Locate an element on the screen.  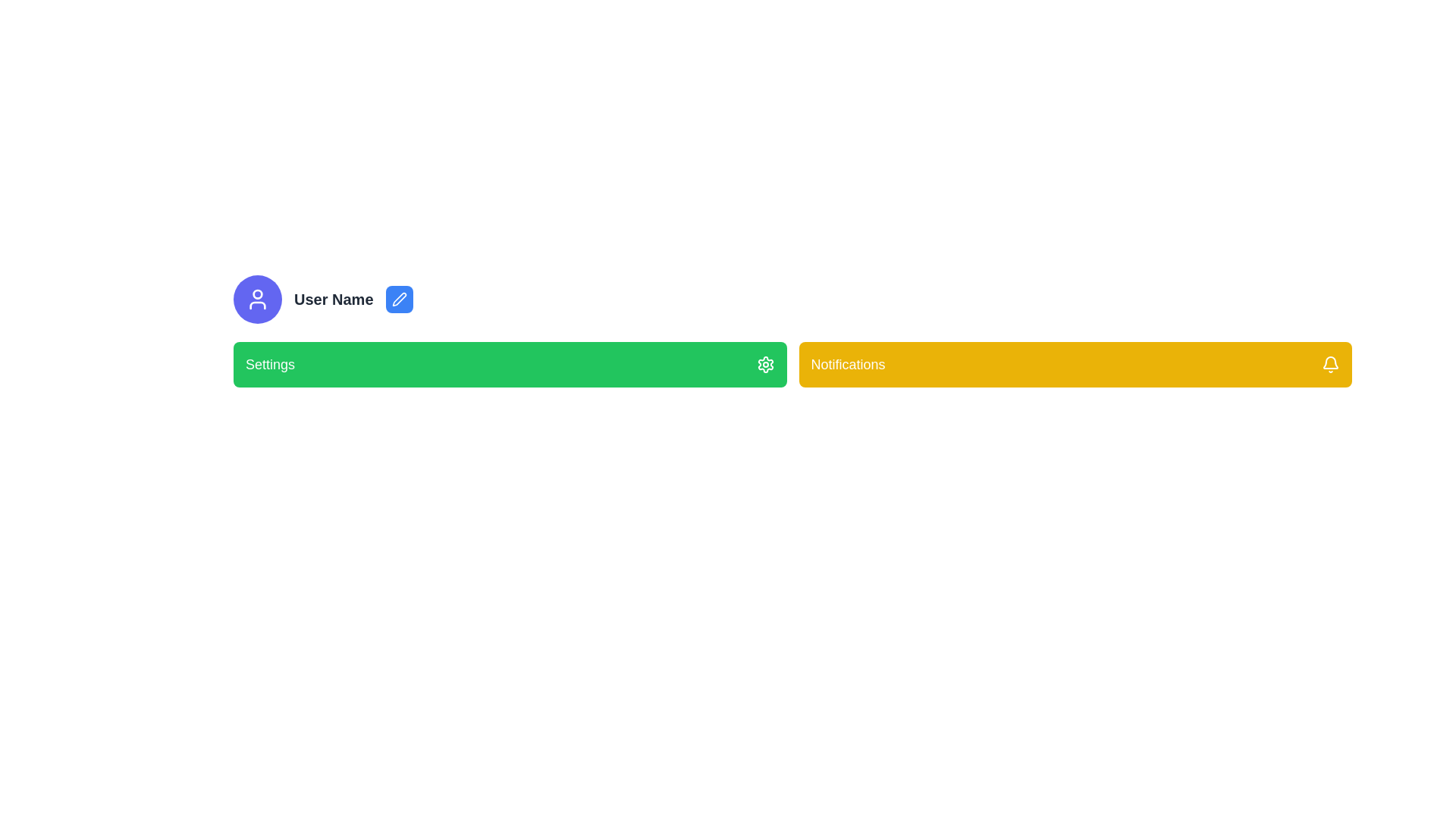
the cogwheel icon with a green background and white border is located at coordinates (765, 365).